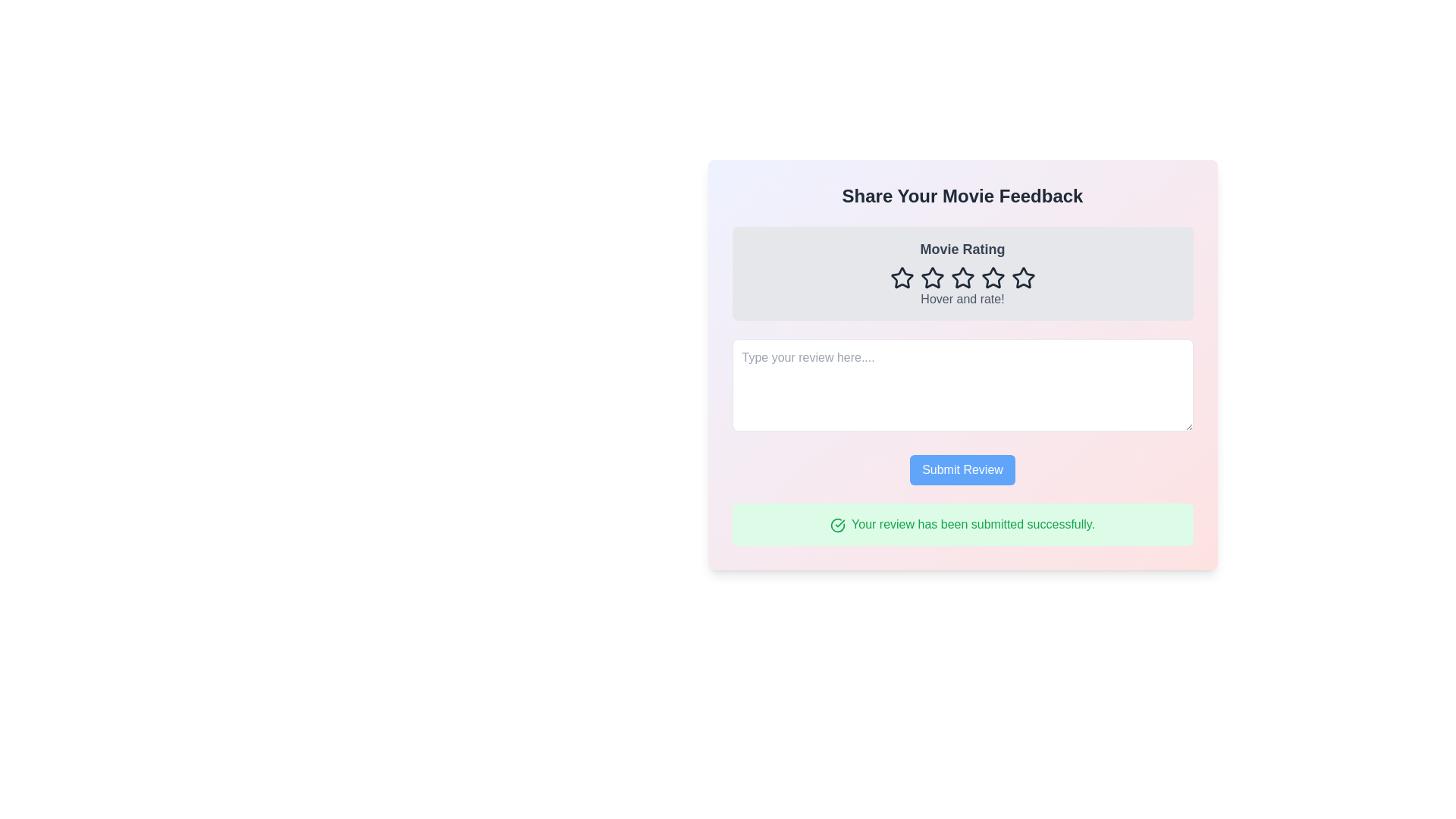 This screenshot has width=1456, height=819. What do you see at coordinates (993, 278) in the screenshot?
I see `the fourth star icon in the rating star widget located below the 'Movie Rating' heading` at bounding box center [993, 278].